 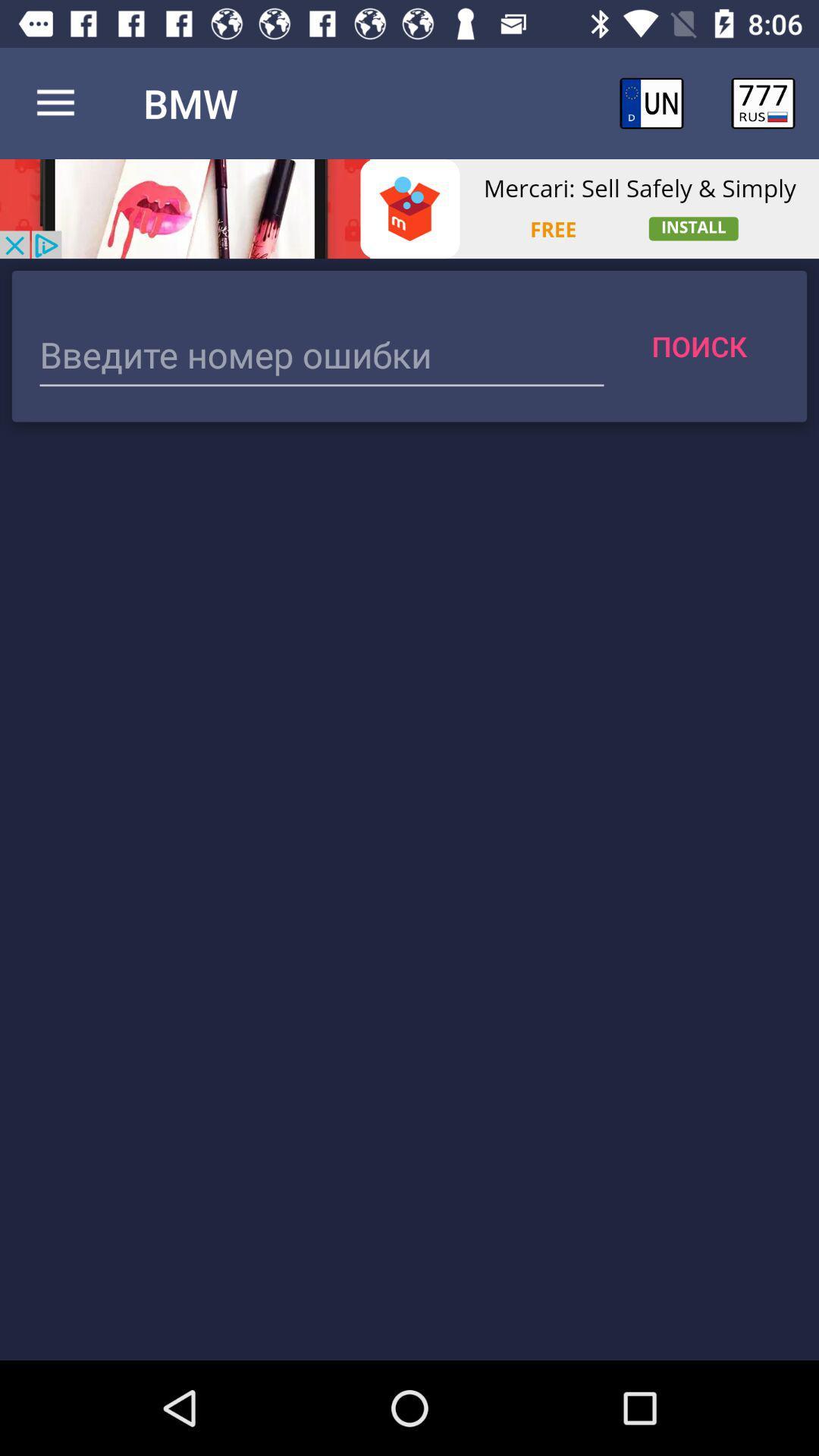 What do you see at coordinates (409, 208) in the screenshot?
I see `upload the app` at bounding box center [409, 208].